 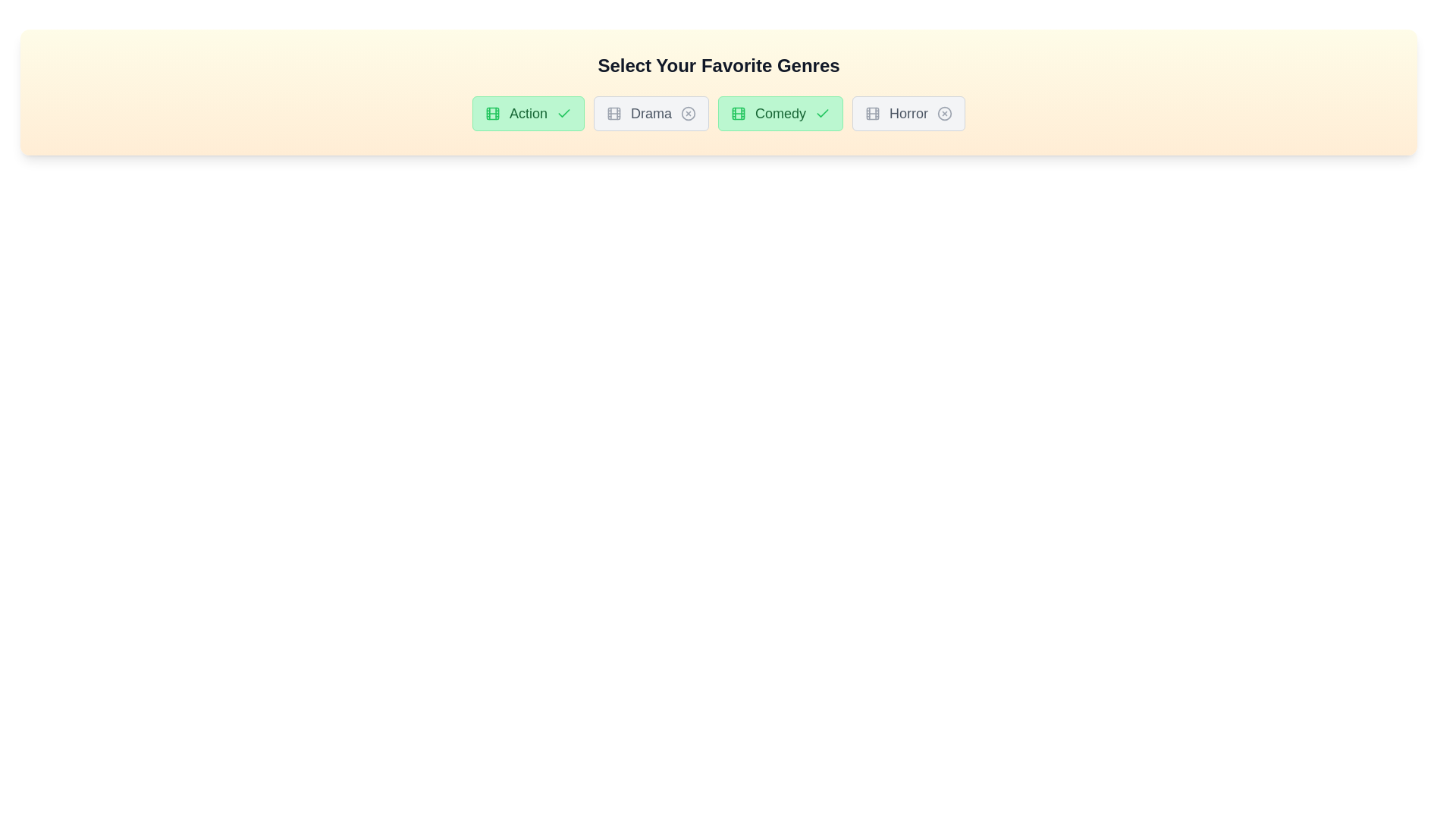 What do you see at coordinates (908, 113) in the screenshot?
I see `the genre Horror` at bounding box center [908, 113].